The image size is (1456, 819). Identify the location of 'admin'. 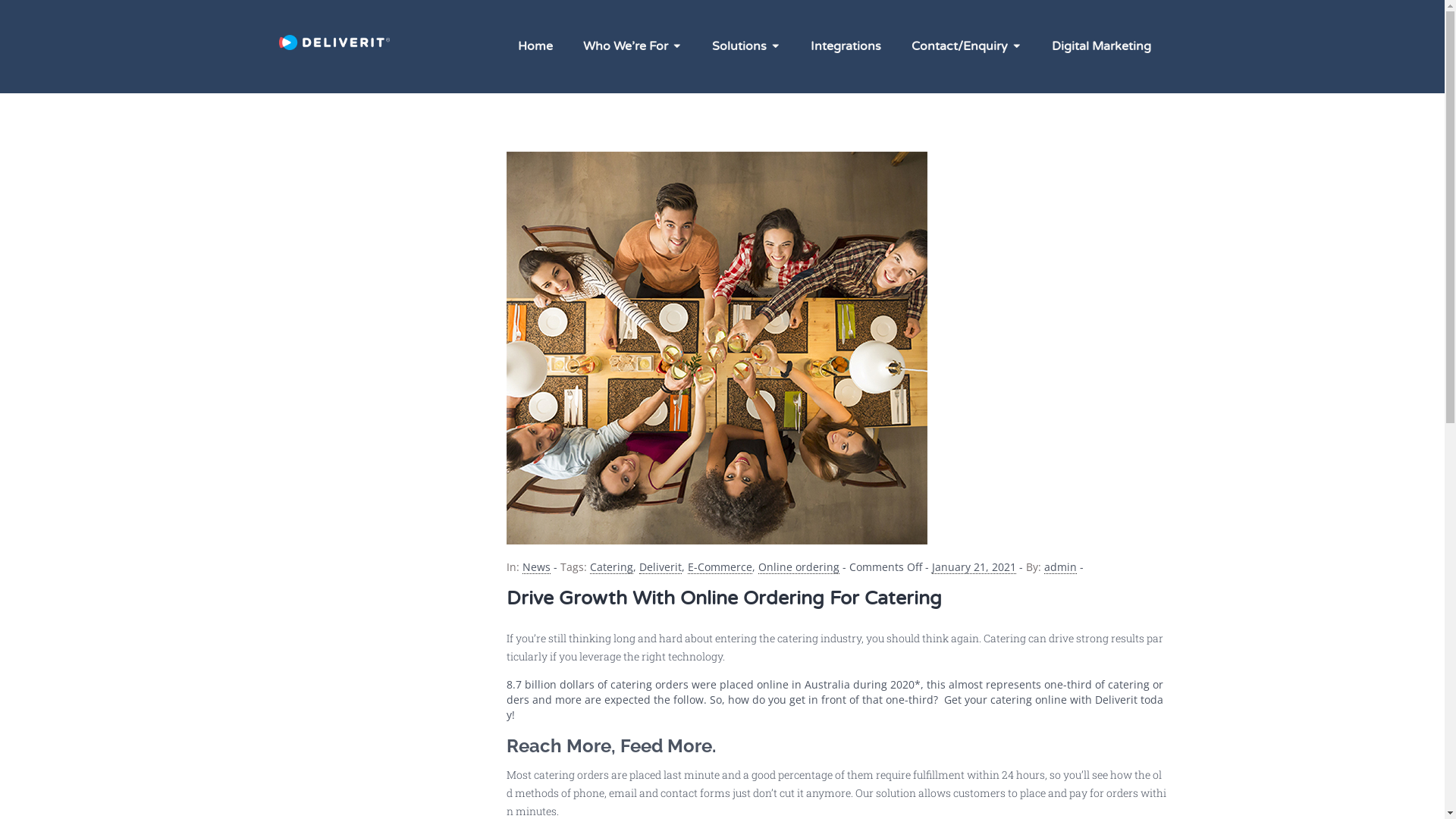
(1059, 567).